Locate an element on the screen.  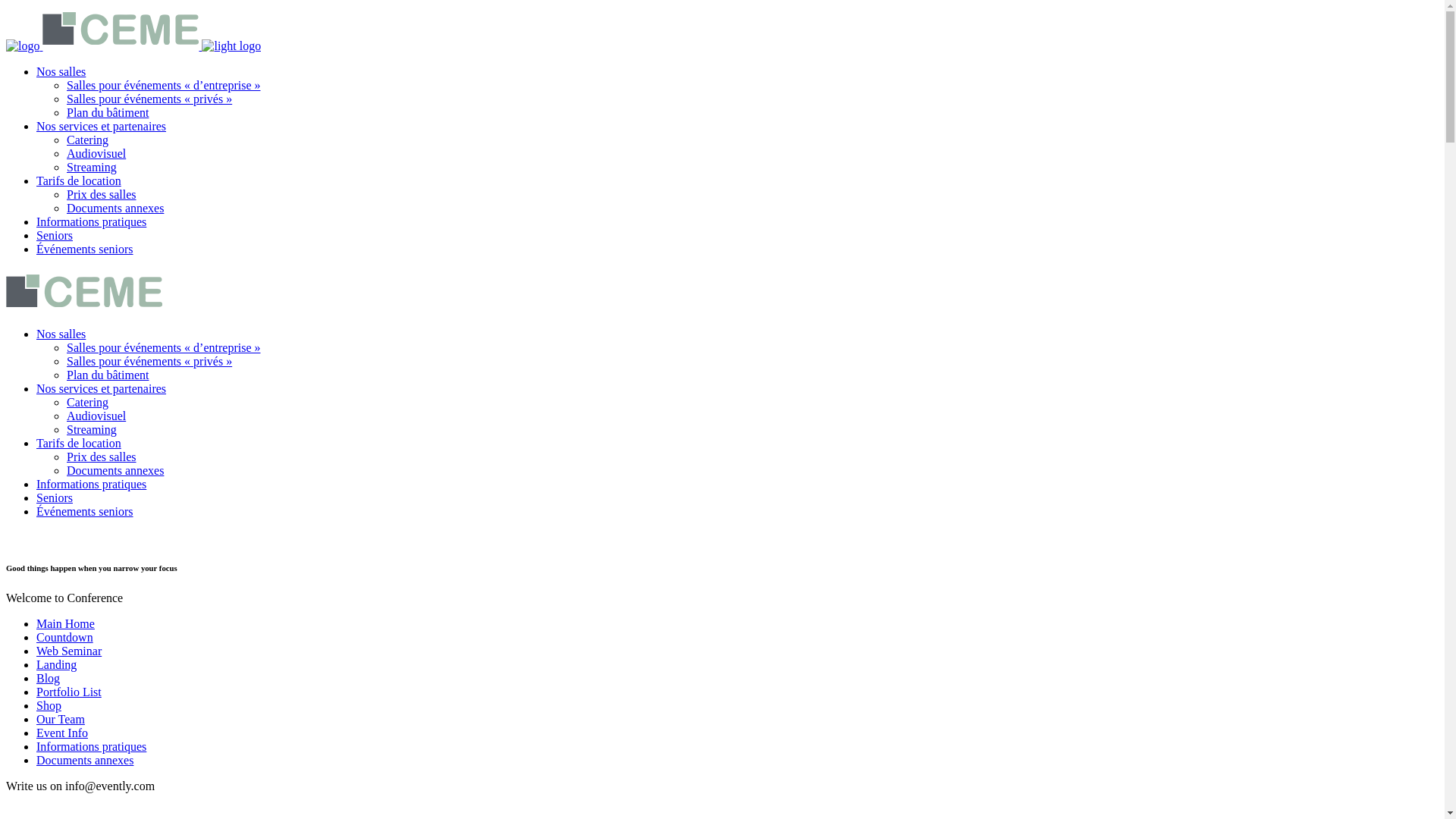
'Web Seminar' is located at coordinates (36, 650).